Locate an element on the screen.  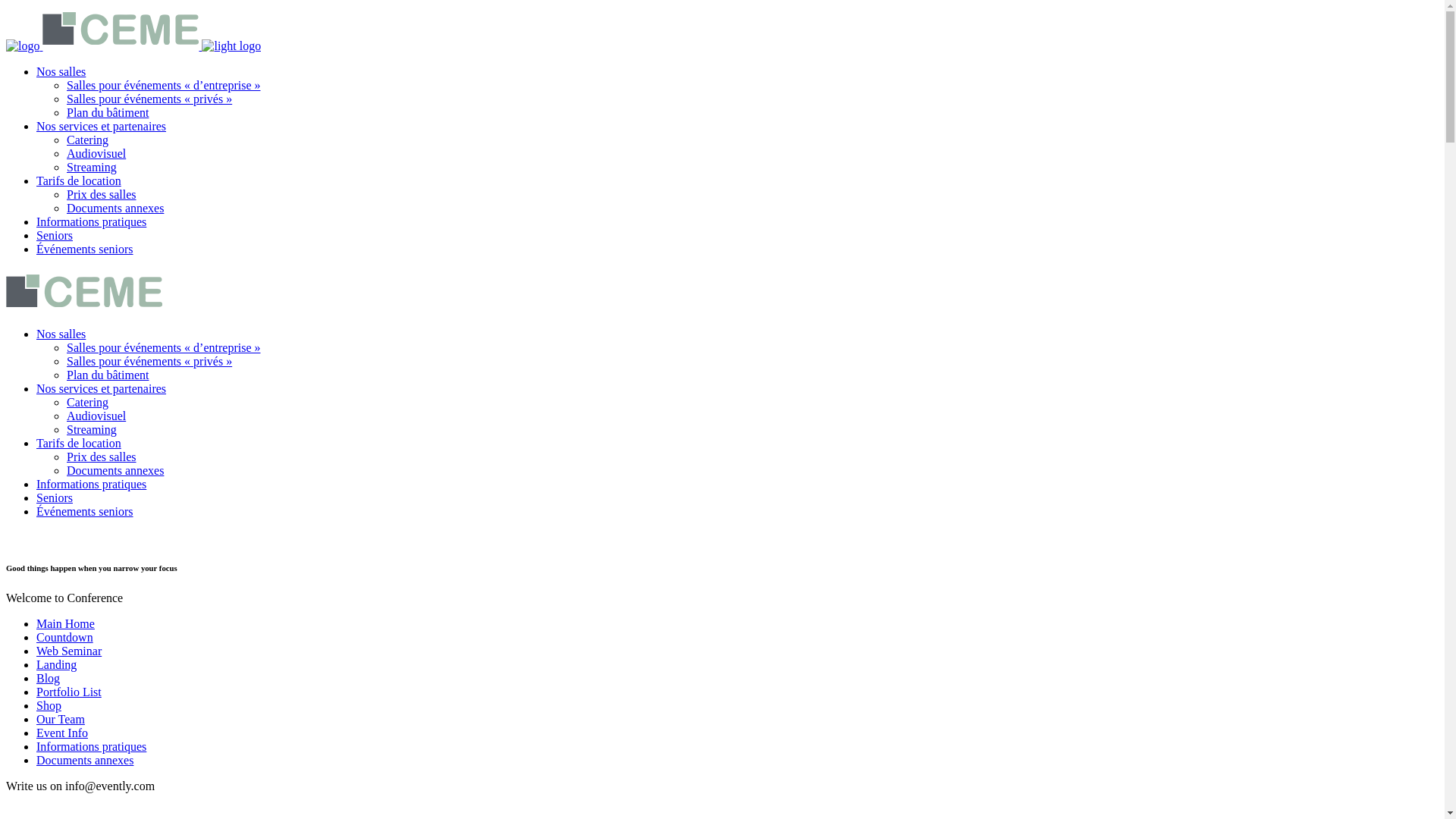
'Web Seminar' is located at coordinates (36, 650).